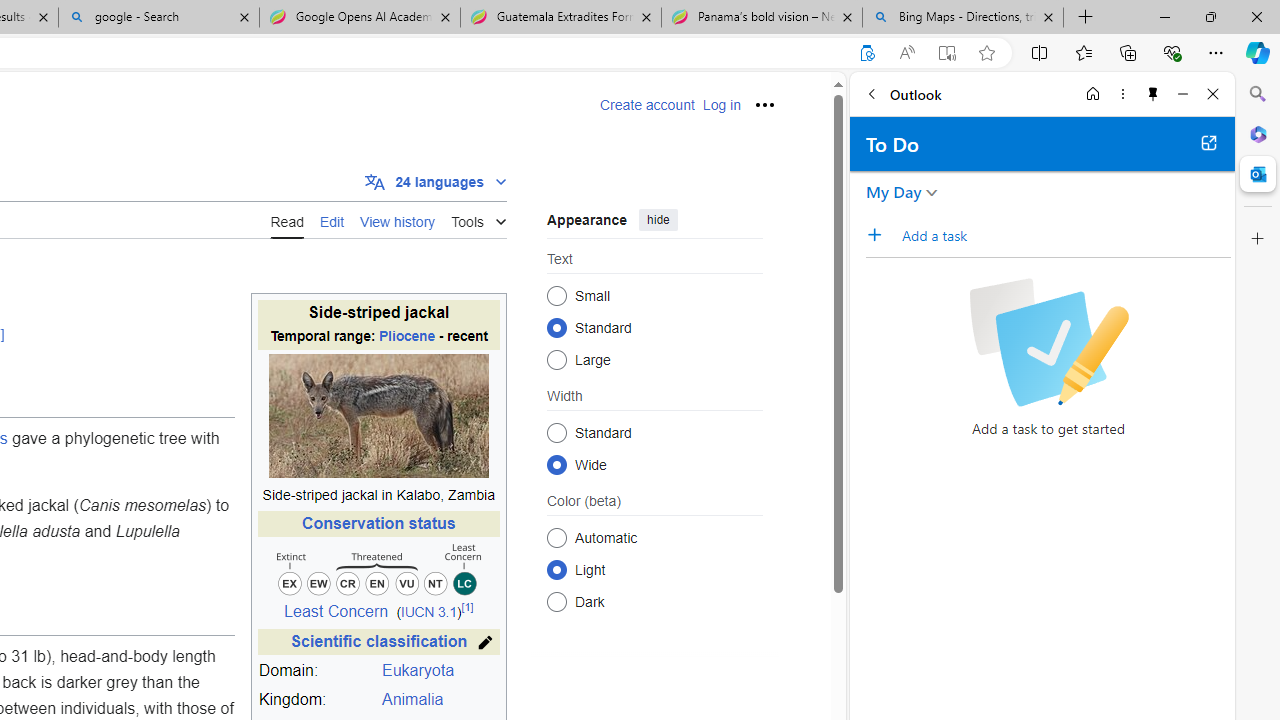 This screenshot has height=720, width=1280. I want to click on 'Edit this classification', so click(485, 642).